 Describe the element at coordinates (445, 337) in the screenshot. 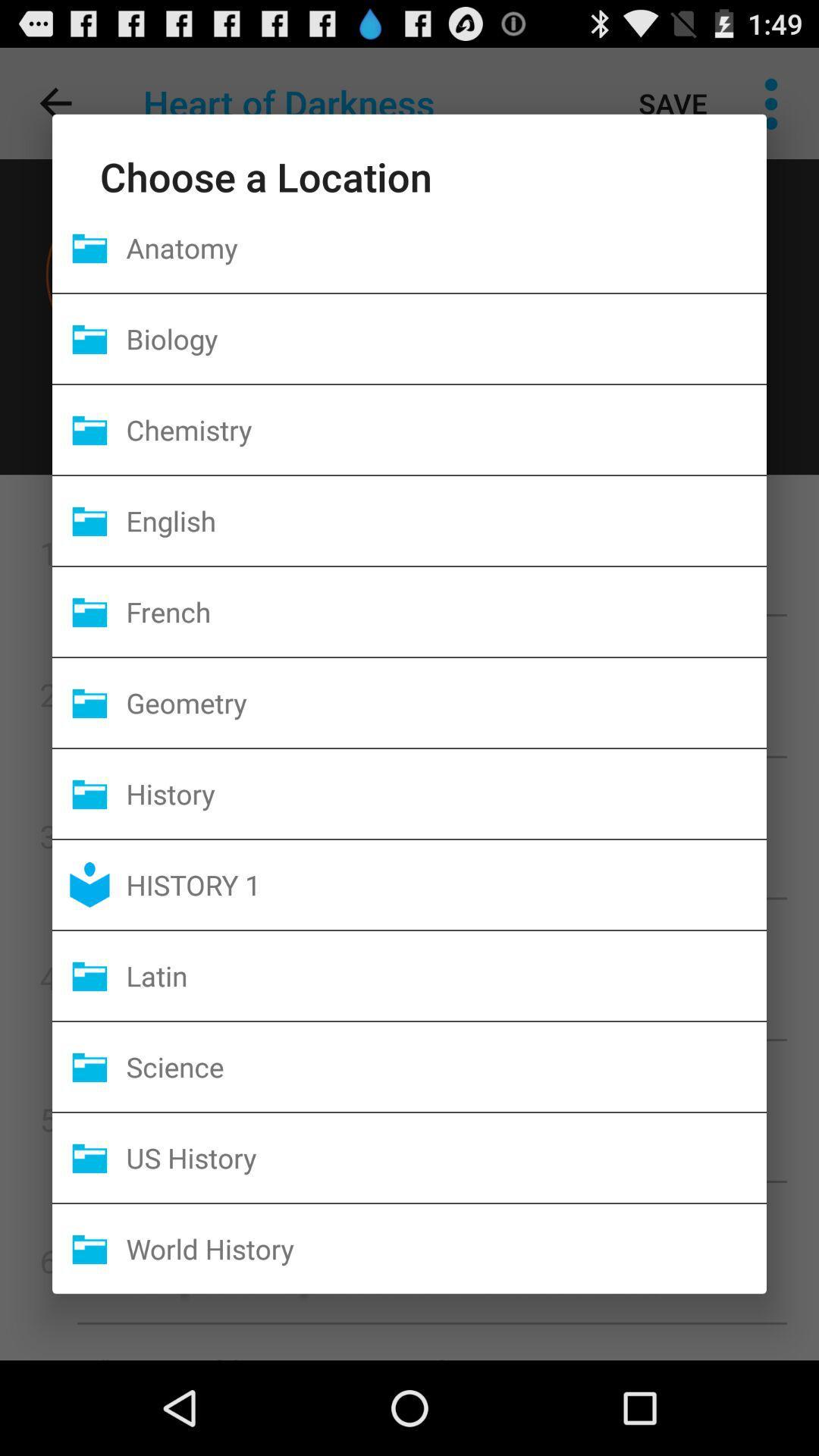

I see `biology icon` at that location.